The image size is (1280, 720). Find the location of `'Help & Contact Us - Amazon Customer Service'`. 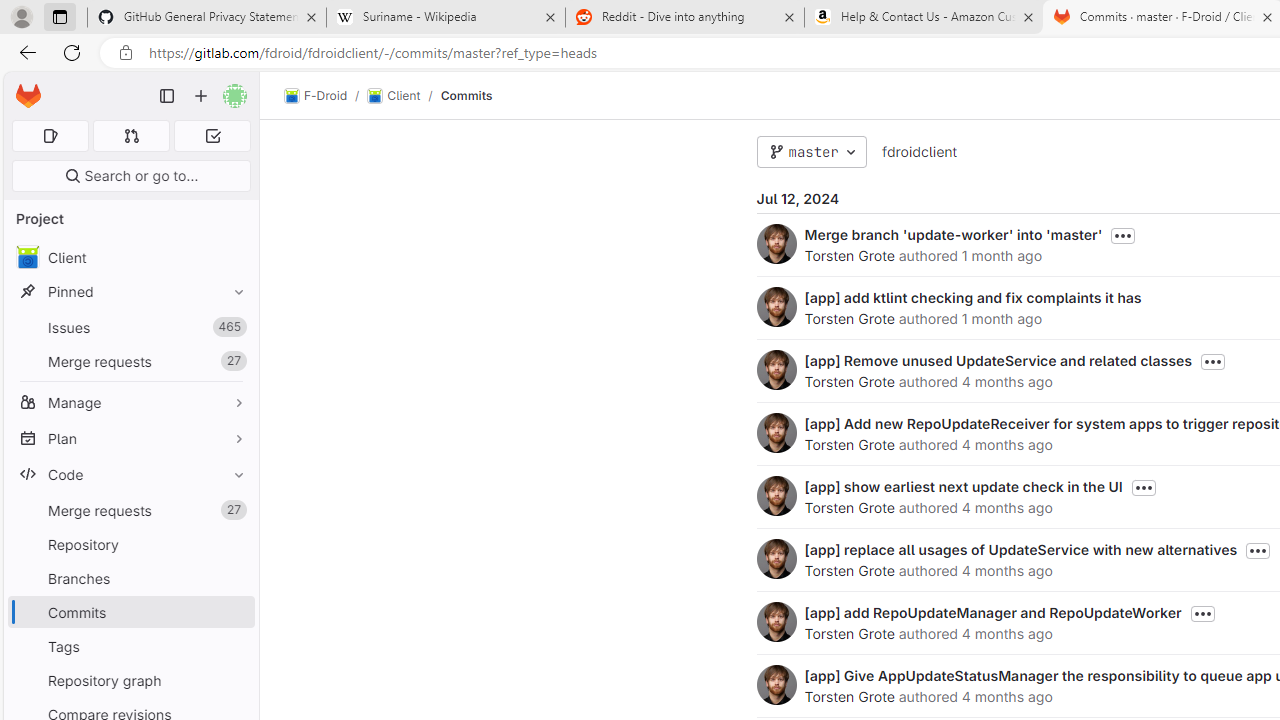

'Help & Contact Us - Amazon Customer Service' is located at coordinates (923, 17).